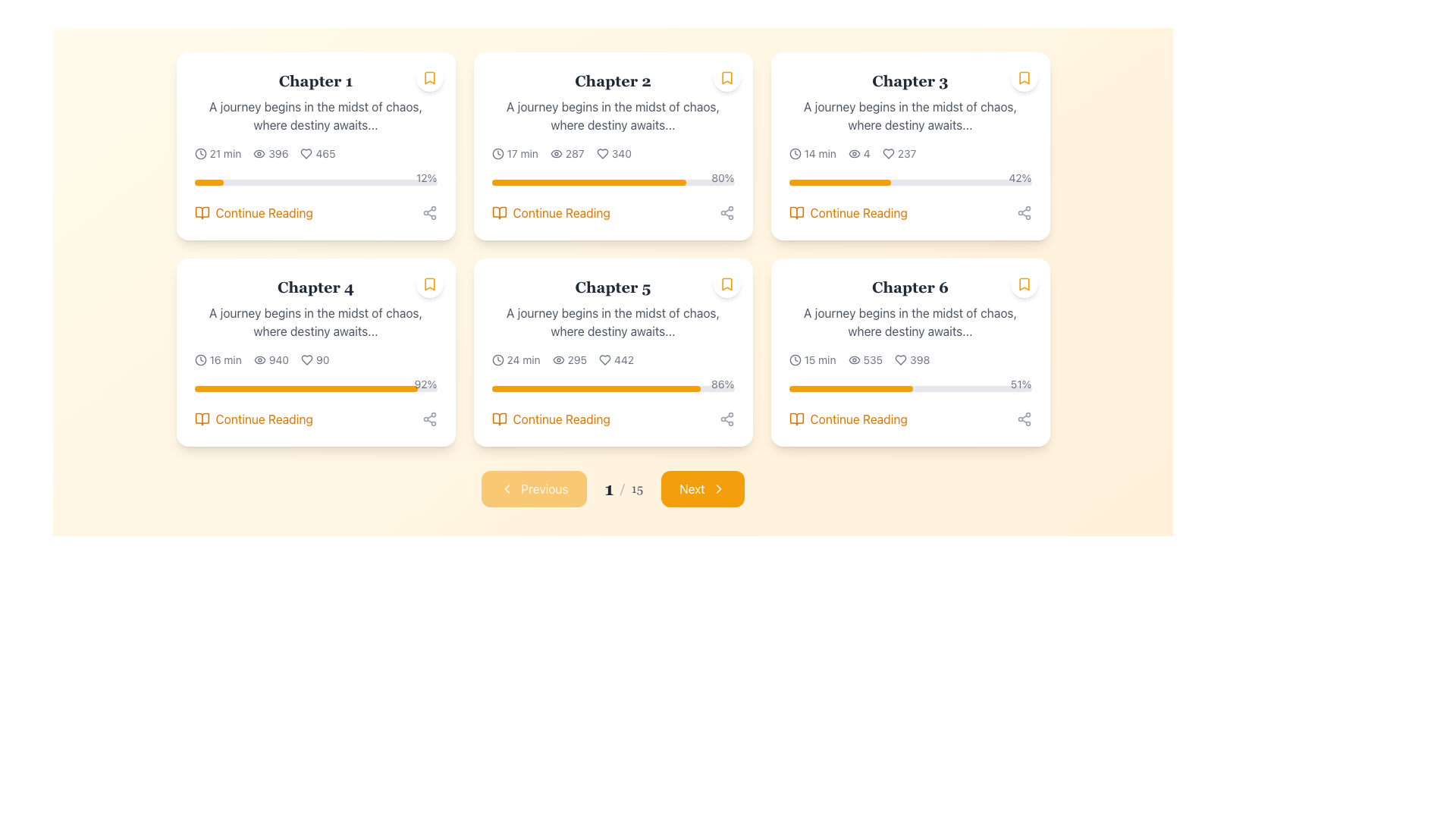 This screenshot has height=819, width=1456. Describe the element at coordinates (726, 284) in the screenshot. I see `the bookmark toggle button located in the top-right corner of the card for 'Chapter 5'` at that location.